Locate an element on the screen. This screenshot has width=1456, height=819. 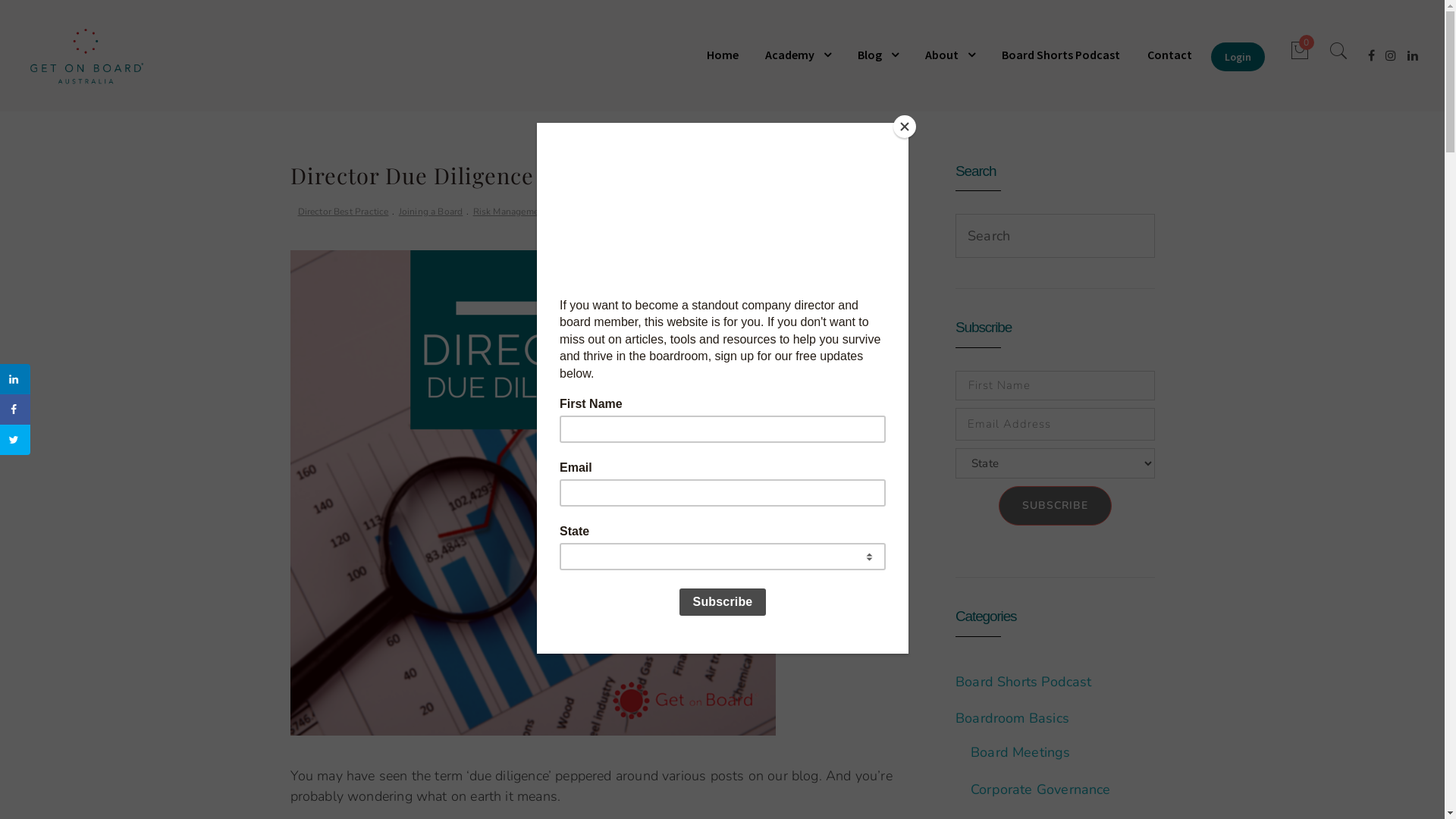
'Board Meetings' is located at coordinates (971, 752).